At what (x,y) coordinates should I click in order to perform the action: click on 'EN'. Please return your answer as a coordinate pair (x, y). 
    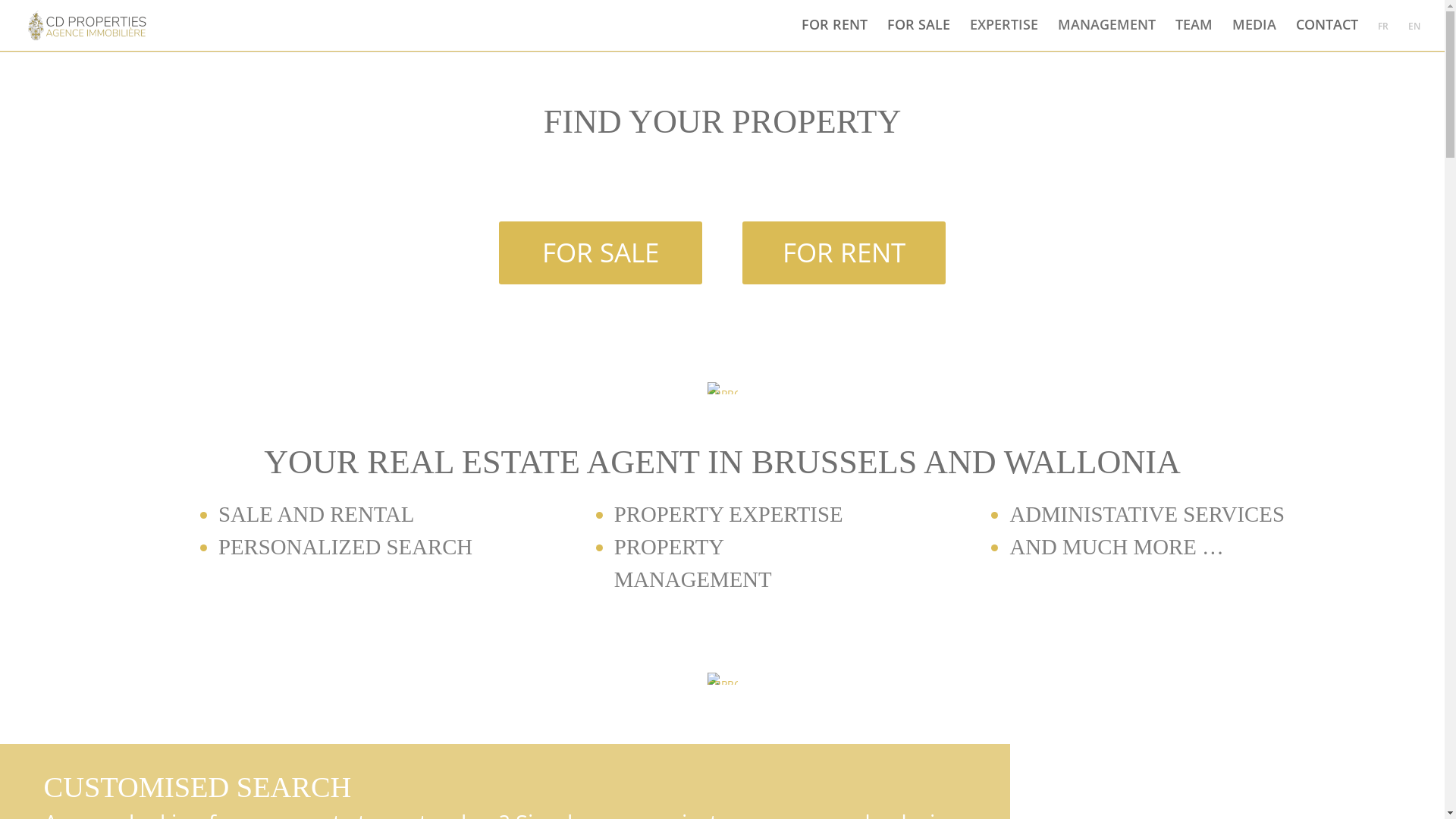
    Looking at the image, I should click on (1414, 35).